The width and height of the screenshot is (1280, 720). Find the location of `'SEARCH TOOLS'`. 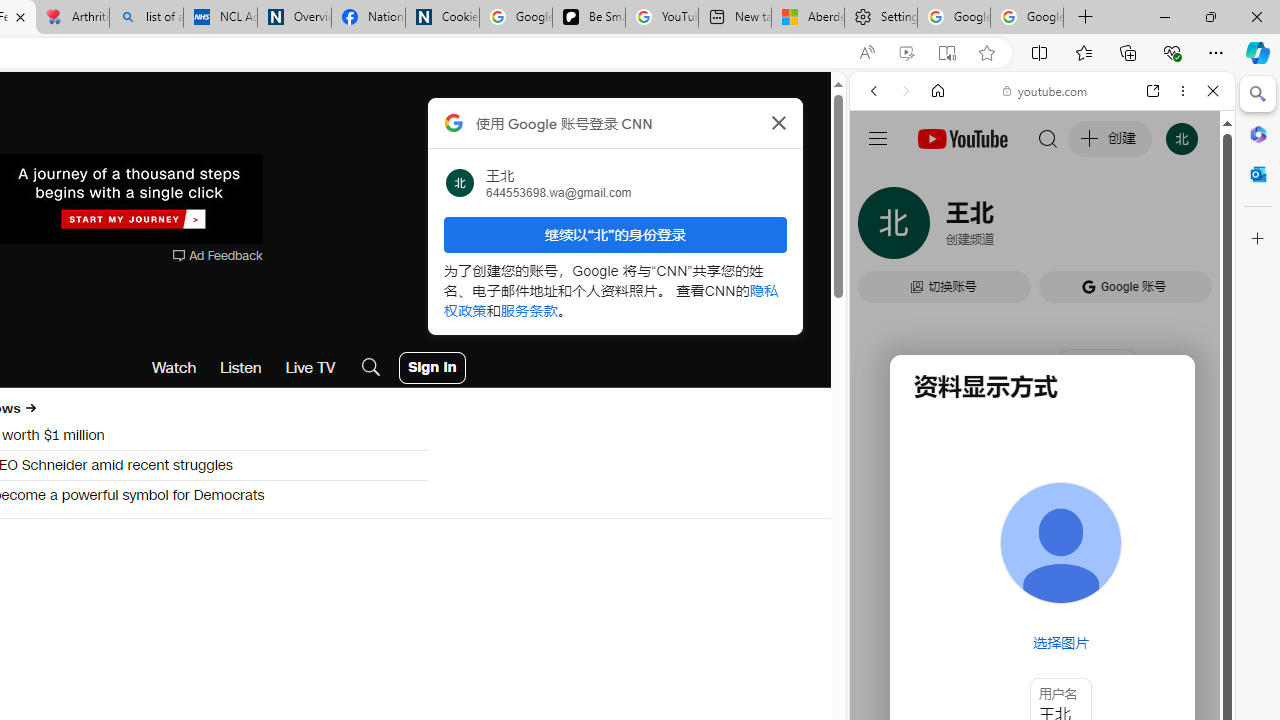

'SEARCH TOOLS' is located at coordinates (1092, 227).